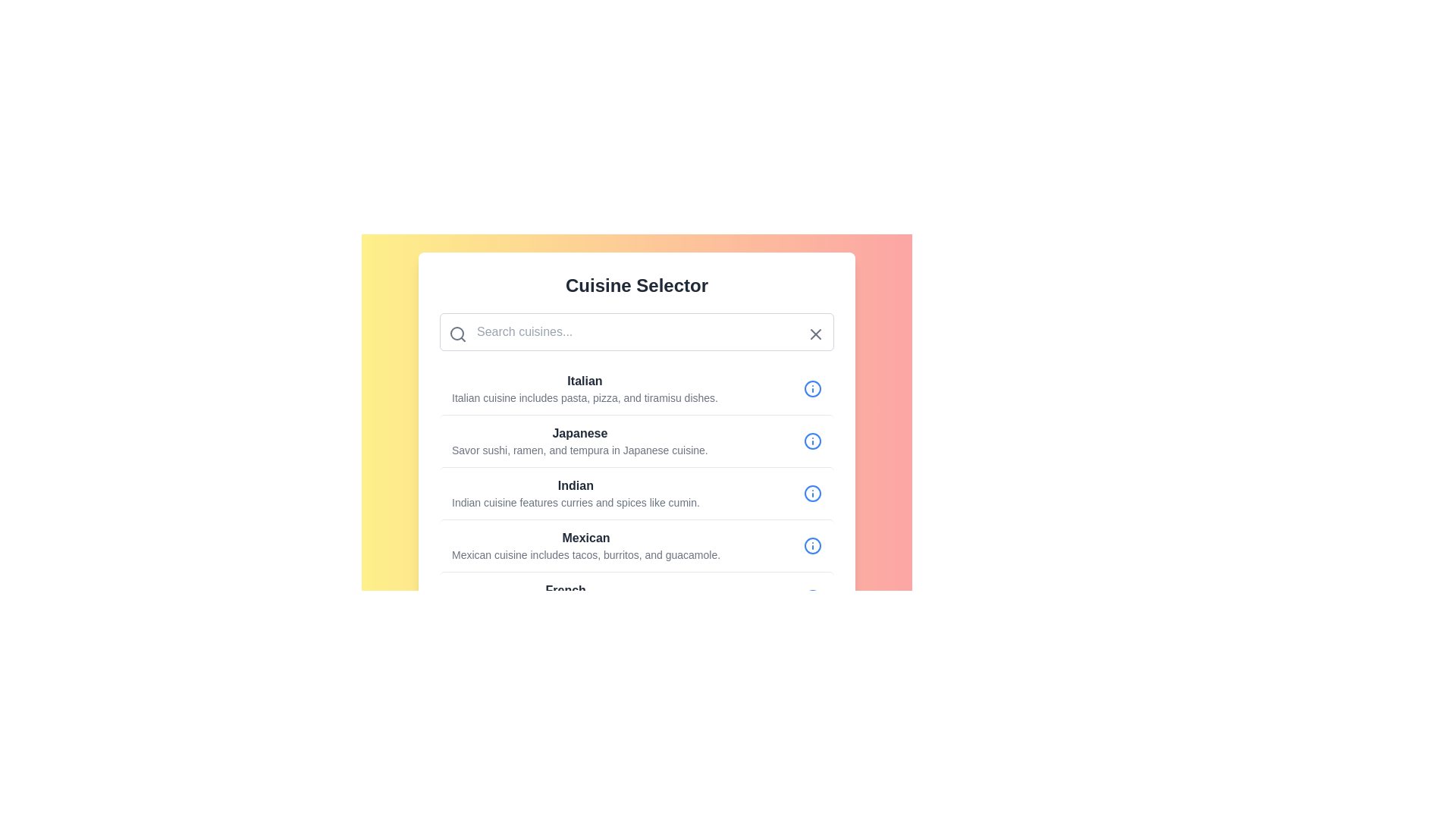  I want to click on to select or interact with the last item in the list that displays information about French cuisine, so click(637, 596).